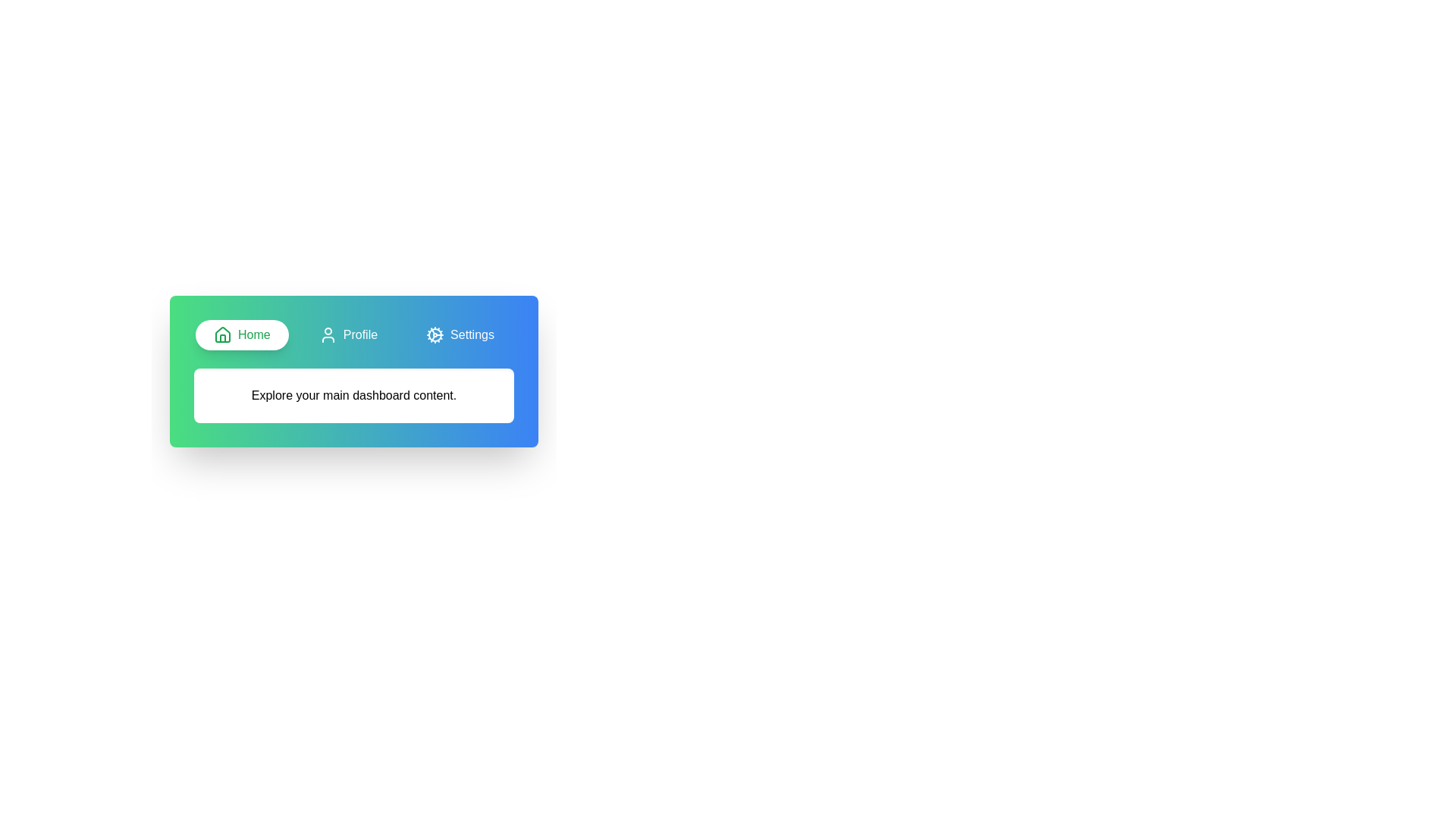 The width and height of the screenshot is (1456, 819). Describe the element at coordinates (460, 334) in the screenshot. I see `the tab labeled Settings` at that location.